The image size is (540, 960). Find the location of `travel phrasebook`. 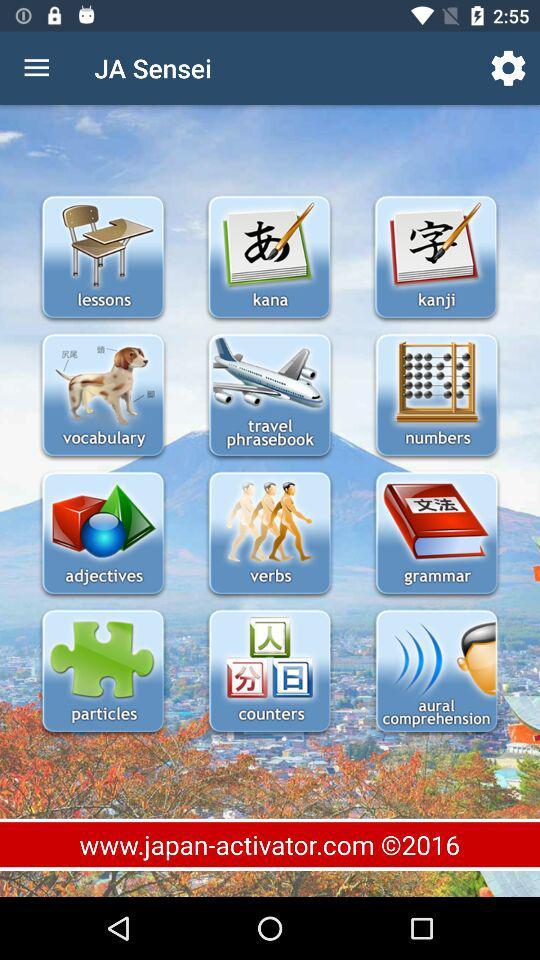

travel phrasebook is located at coordinates (269, 396).